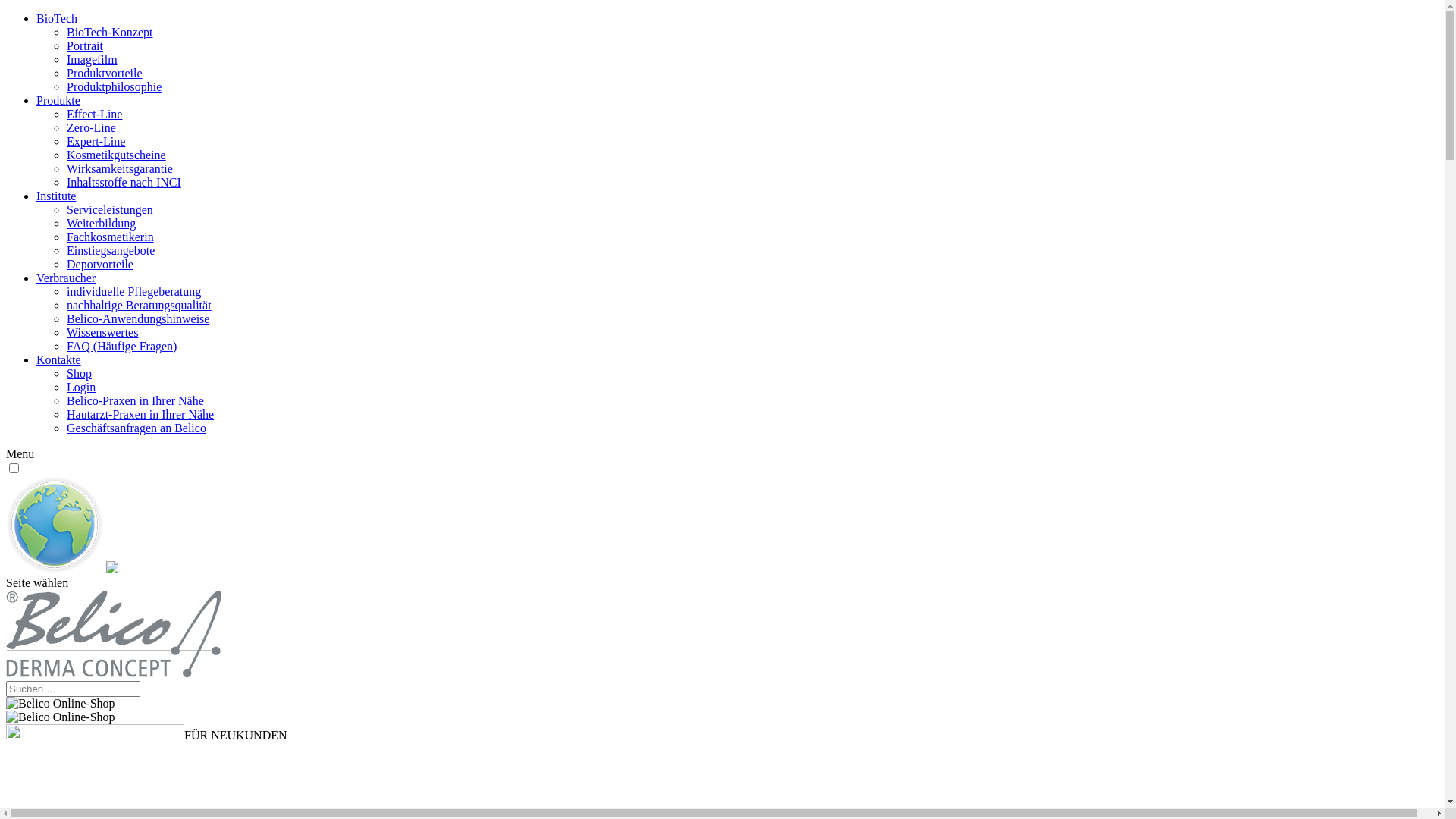 The width and height of the screenshot is (1456, 819). What do you see at coordinates (90, 127) in the screenshot?
I see `'Zero-Line'` at bounding box center [90, 127].